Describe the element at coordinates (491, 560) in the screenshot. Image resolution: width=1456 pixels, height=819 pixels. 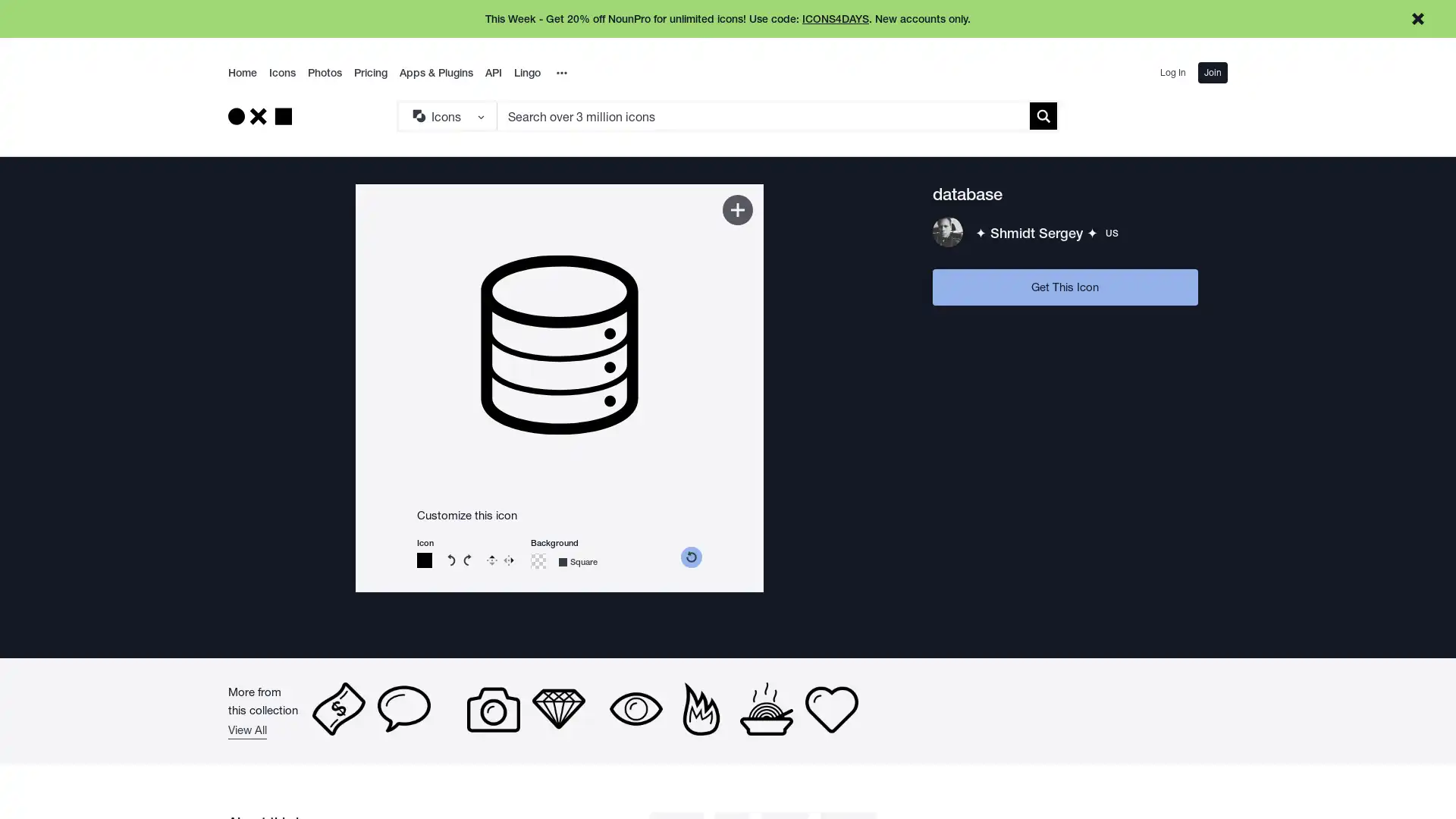
I see `Flip` at that location.